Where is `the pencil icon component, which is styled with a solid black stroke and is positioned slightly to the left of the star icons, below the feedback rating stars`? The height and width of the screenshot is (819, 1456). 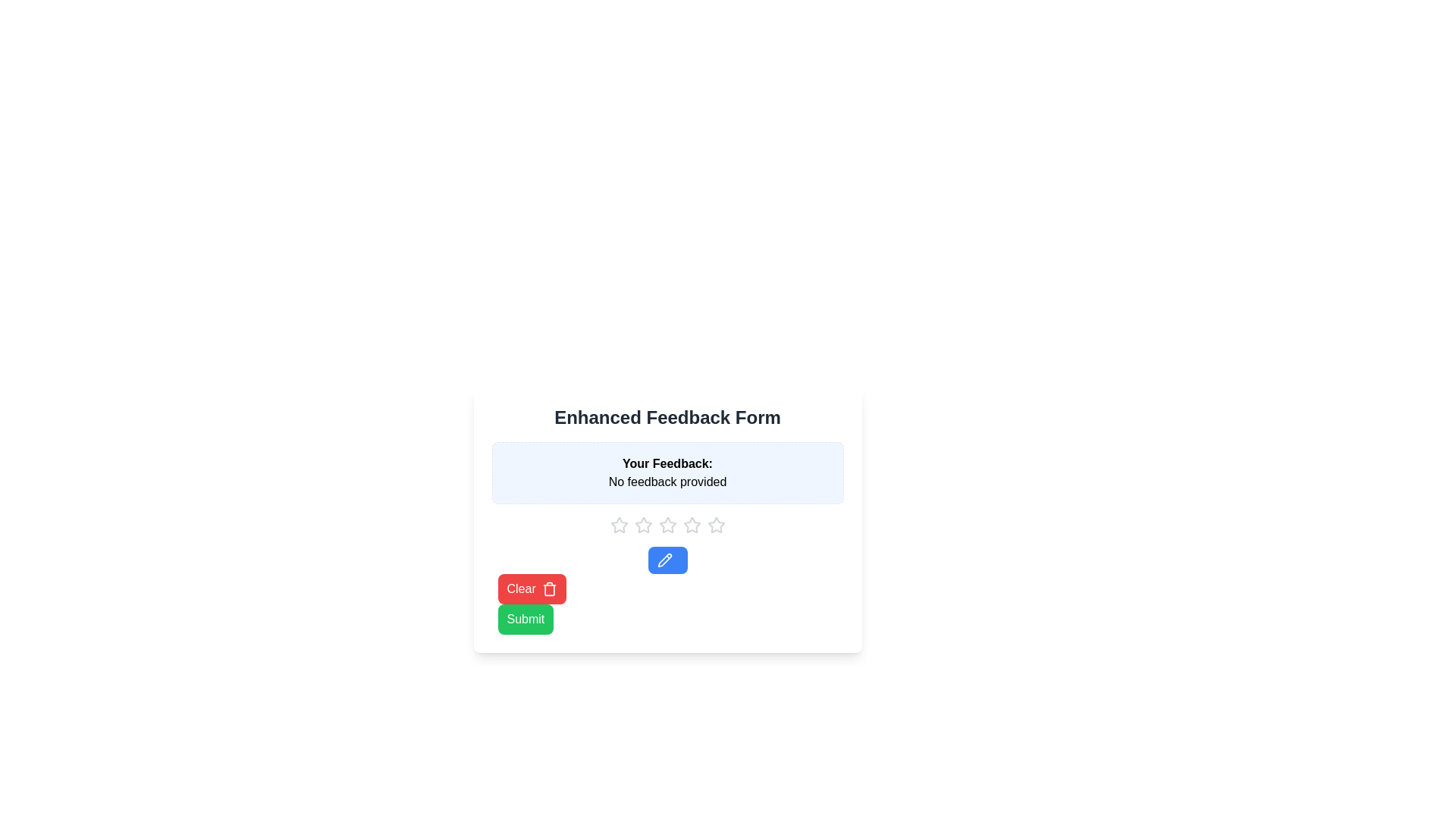
the pencil icon component, which is styled with a solid black stroke and is positioned slightly to the left of the star icons, below the feedback rating stars is located at coordinates (664, 560).